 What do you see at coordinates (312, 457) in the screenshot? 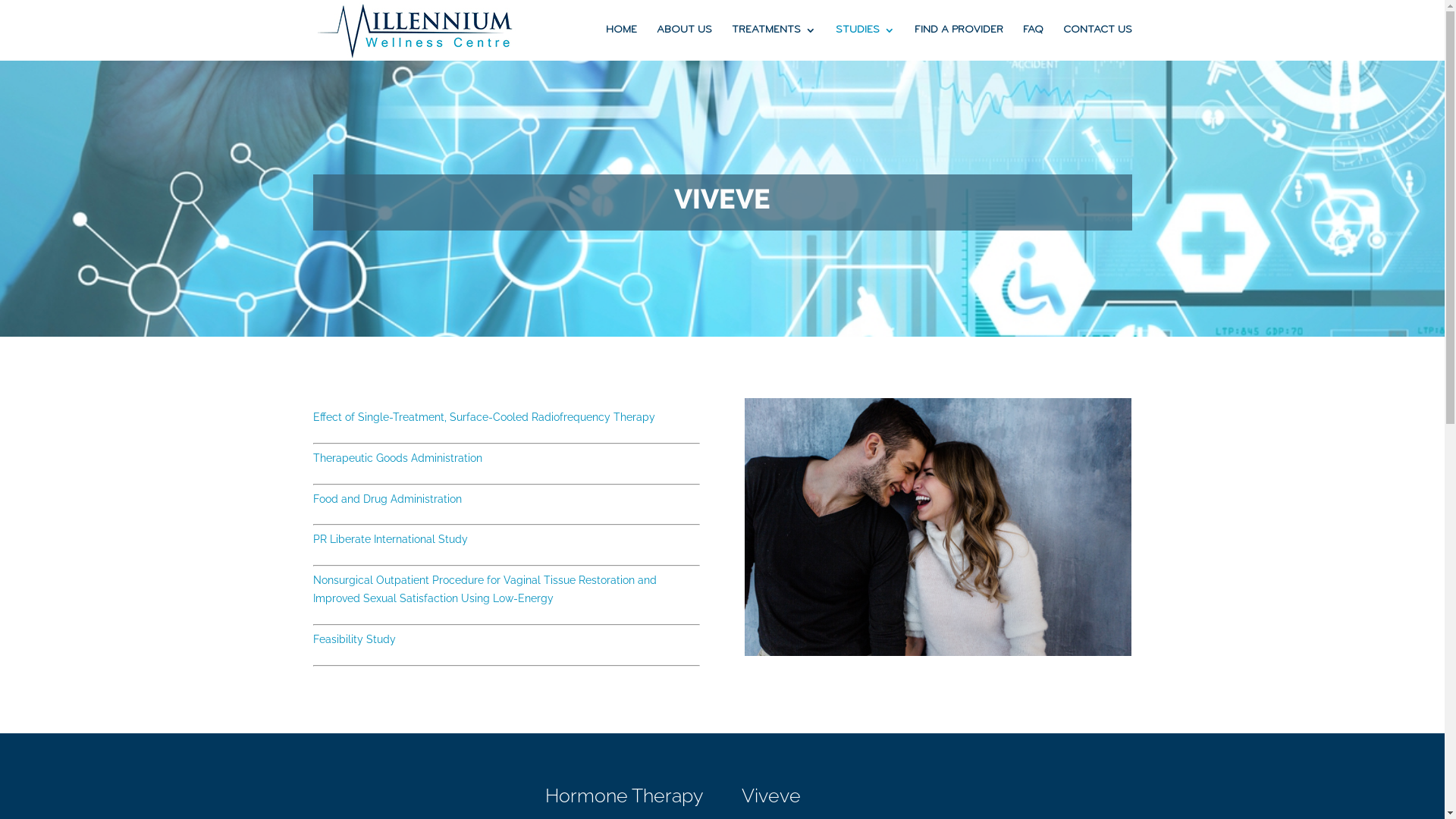
I see `'Therapeutic Goods Administration'` at bounding box center [312, 457].